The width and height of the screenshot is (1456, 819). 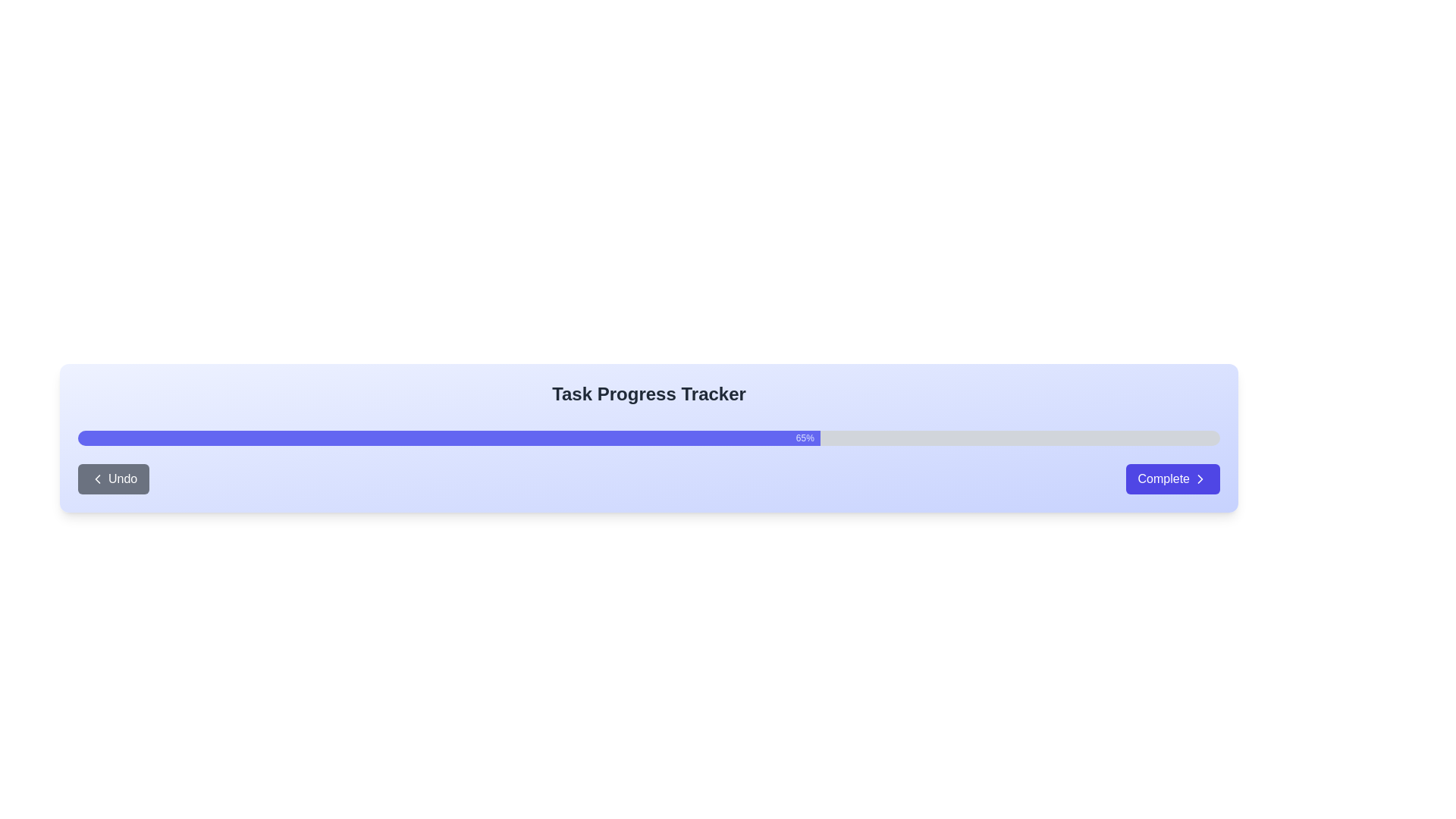 I want to click on the 'Undo' button located on the left side of the horizontal bar, so click(x=113, y=479).